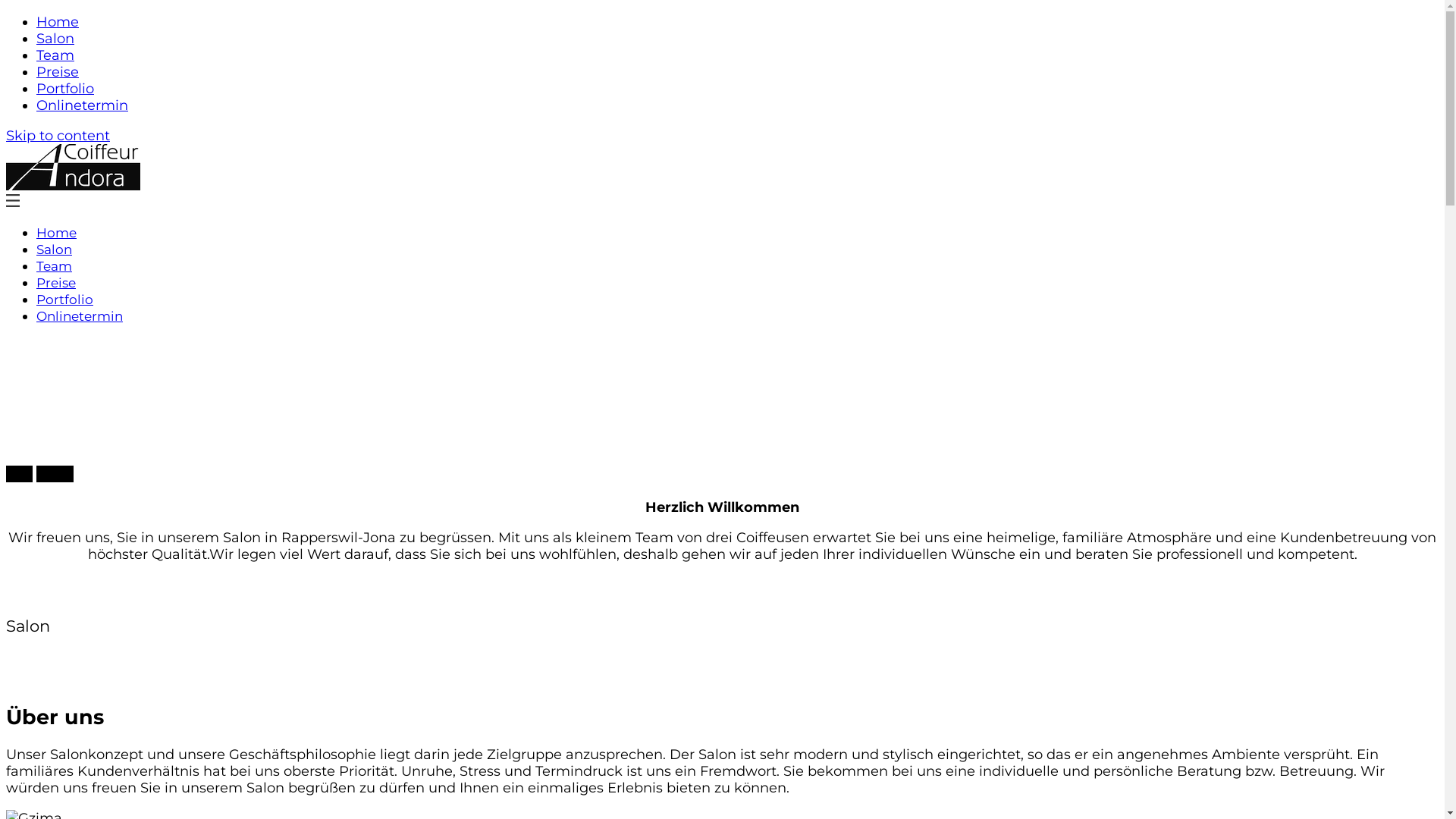 This screenshot has height=819, width=1456. I want to click on 'Salon', so click(54, 248).